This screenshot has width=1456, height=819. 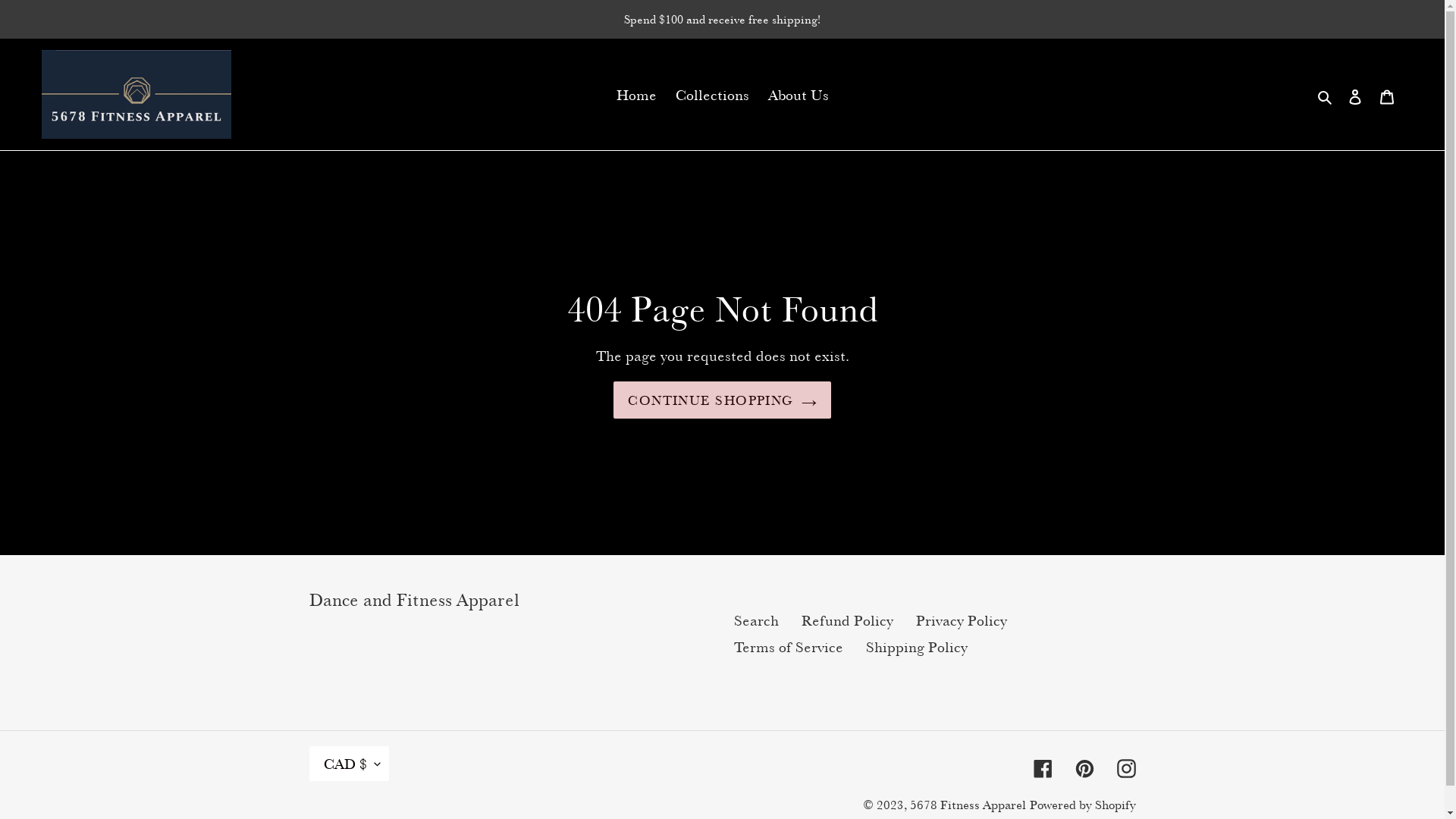 I want to click on 'Home', so click(x=635, y=94).